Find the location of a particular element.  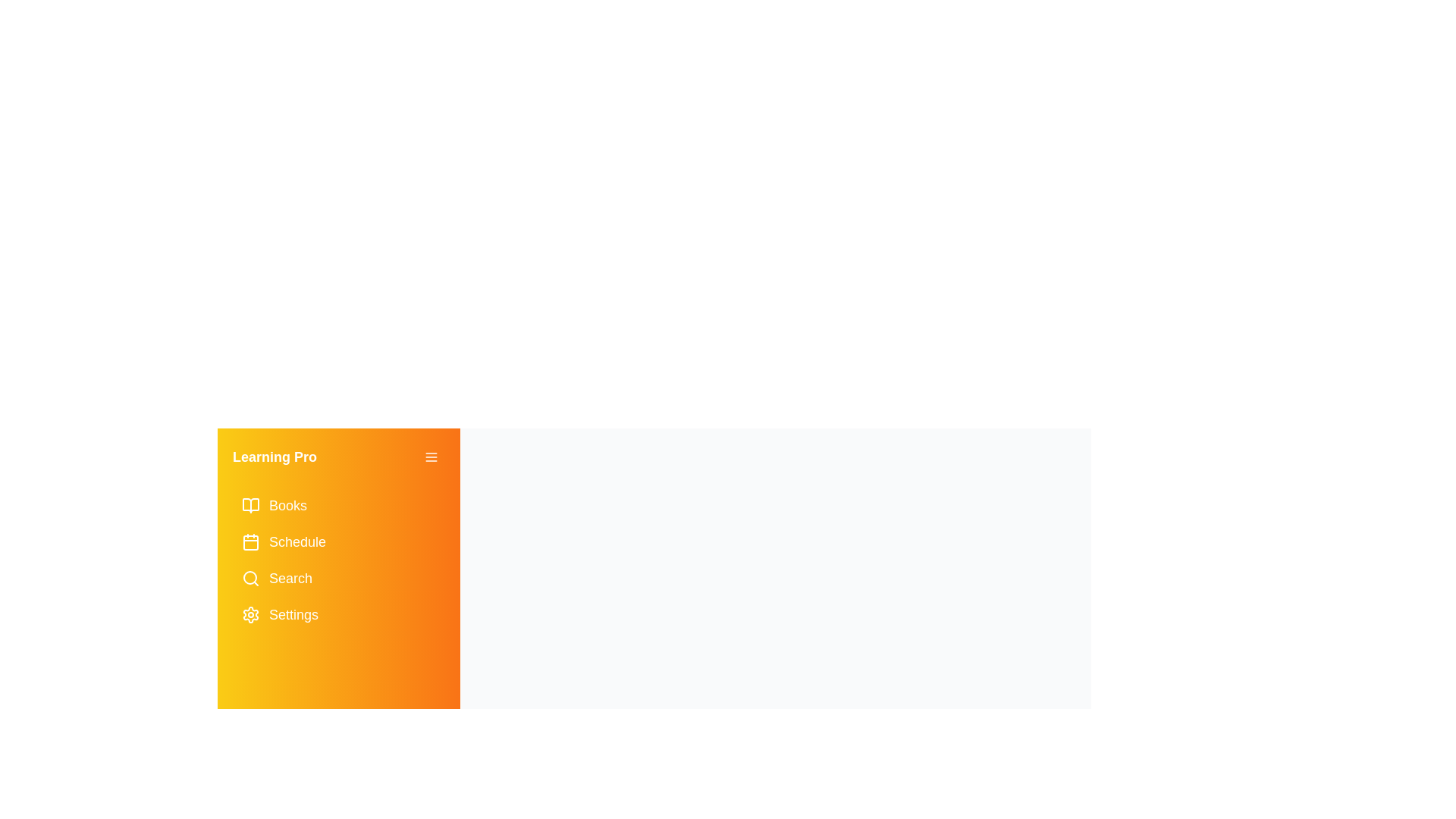

the menu button to toggle the drawer is located at coordinates (431, 456).